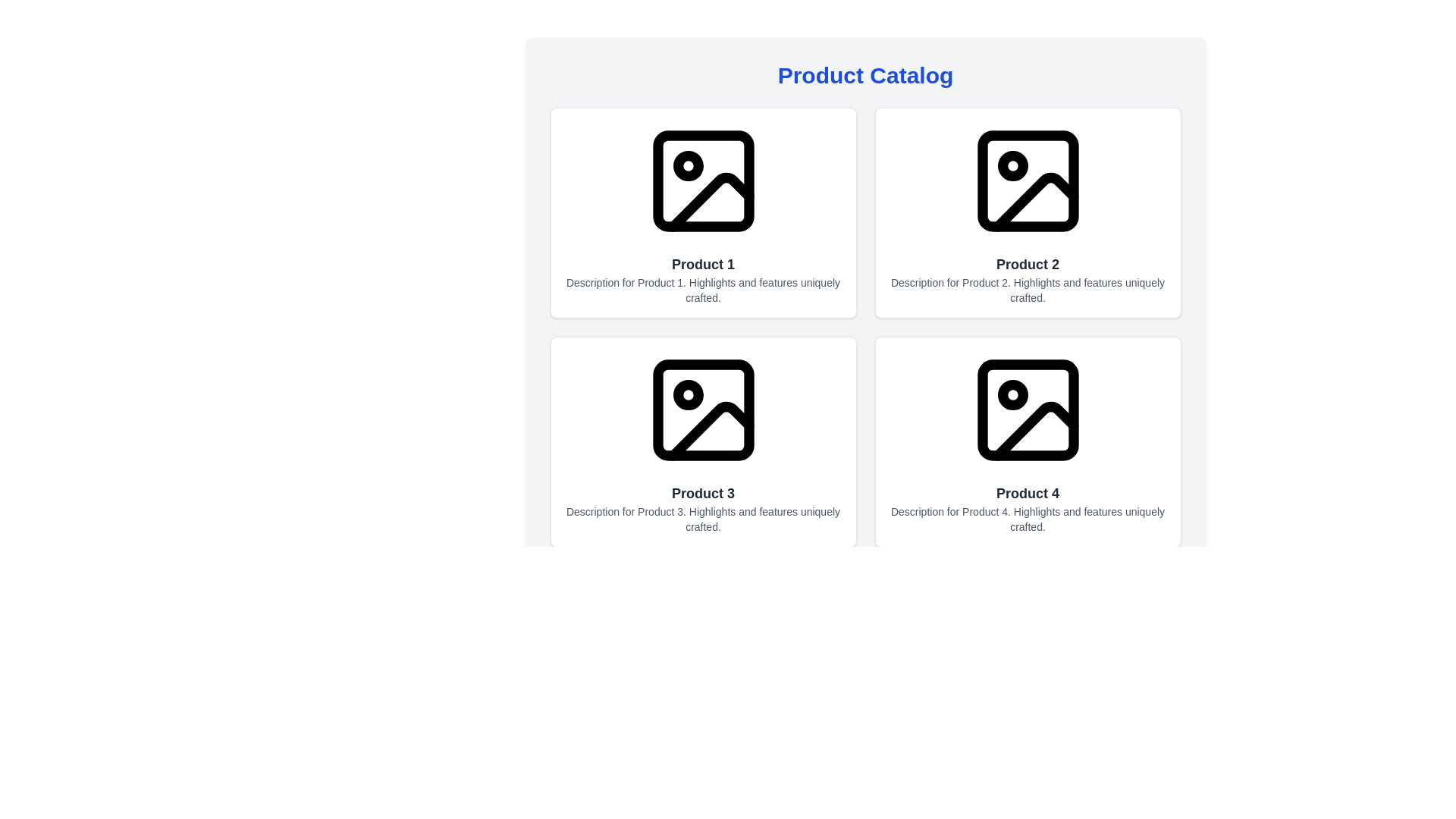 This screenshot has width=1456, height=819. I want to click on the small rectangle with rounded corners inside the image placeholder icon of the 'Product 3' card located in the bottom-left of the grid layout, so click(702, 409).